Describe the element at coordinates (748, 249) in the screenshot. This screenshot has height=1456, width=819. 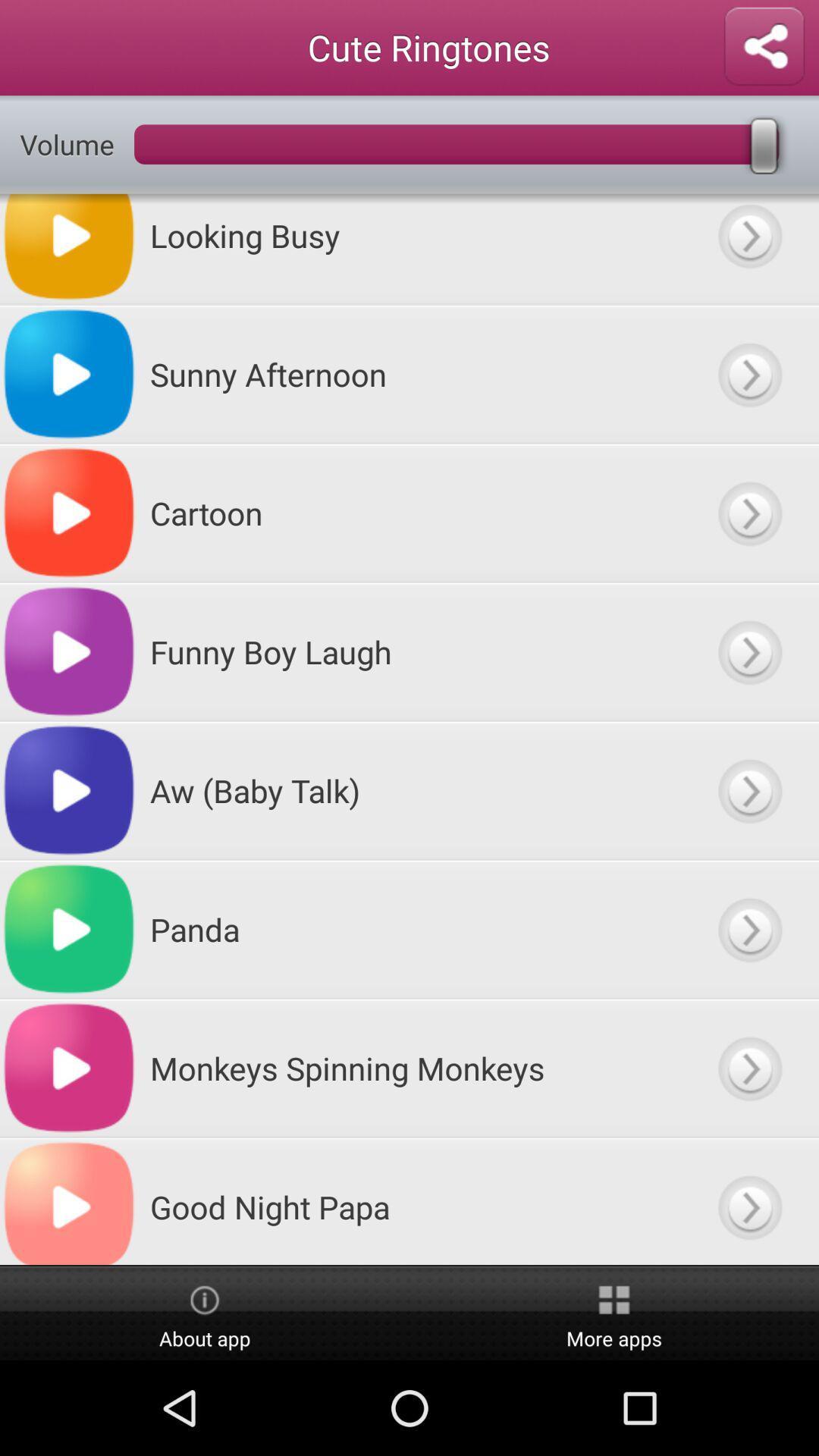
I see `next` at that location.